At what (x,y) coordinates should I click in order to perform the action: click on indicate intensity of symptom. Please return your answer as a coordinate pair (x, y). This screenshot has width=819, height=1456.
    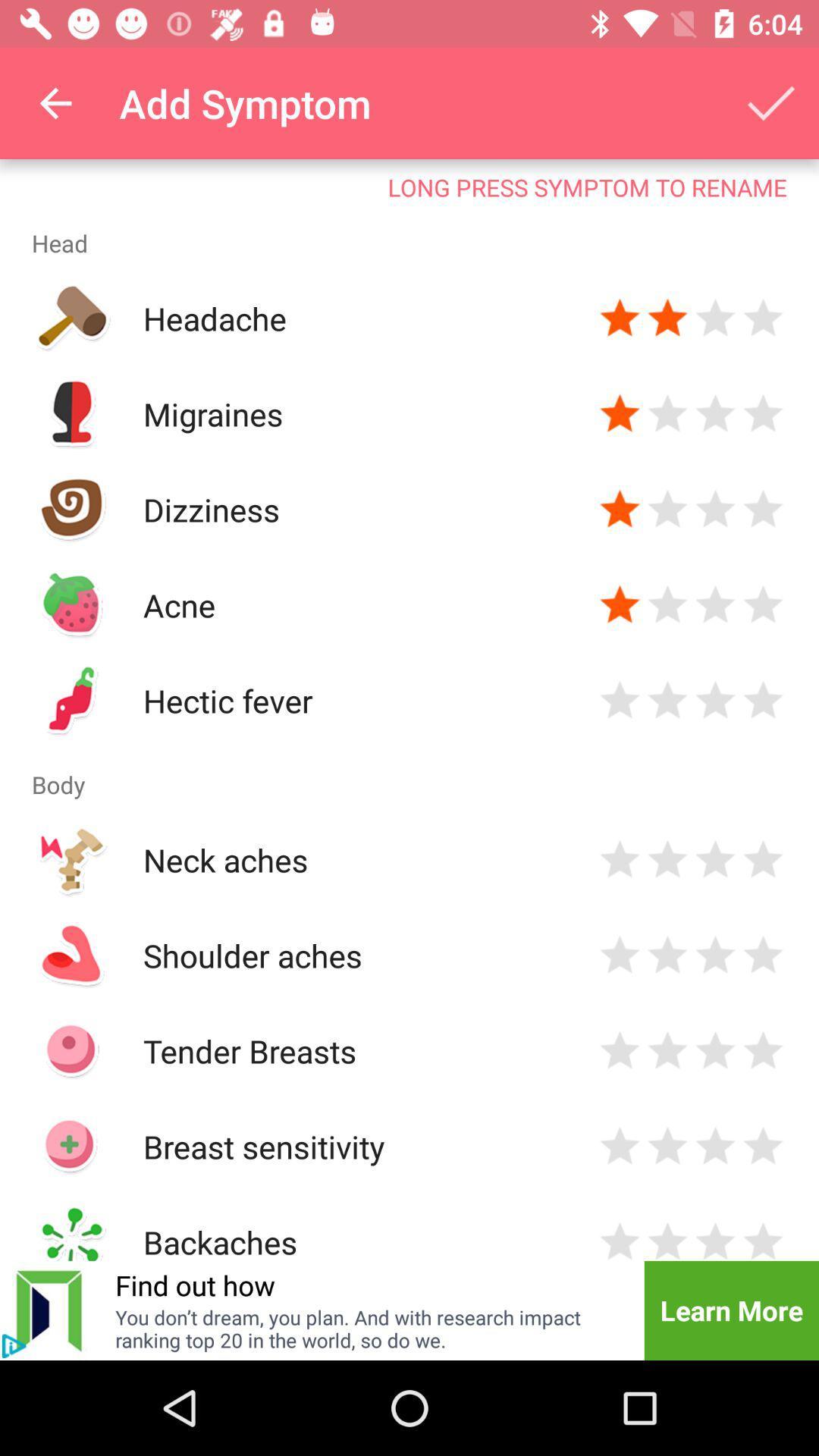
    Looking at the image, I should click on (667, 1147).